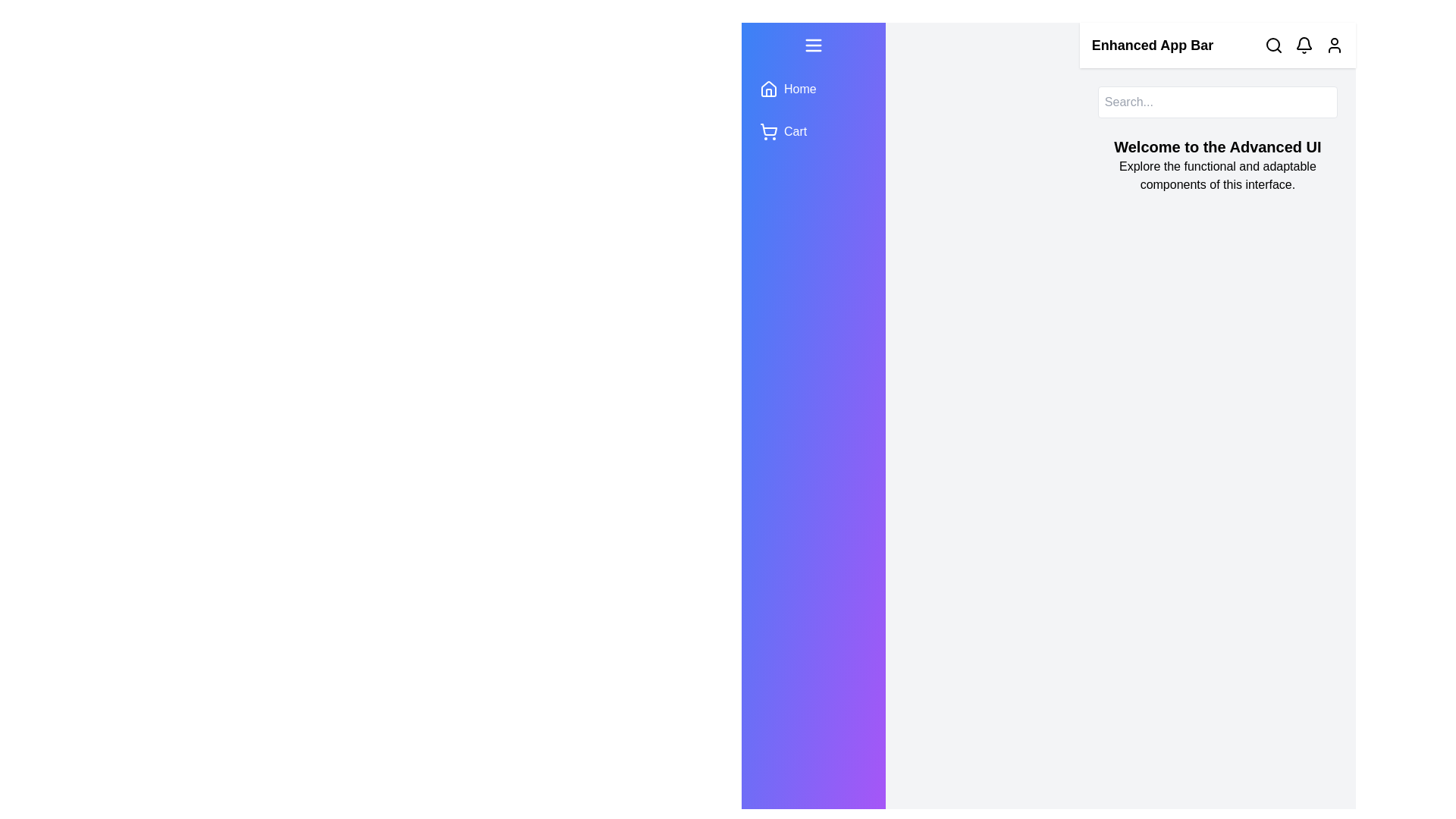  Describe the element at coordinates (811, 45) in the screenshot. I see `the menu icon to toggle the sidebar visibility` at that location.